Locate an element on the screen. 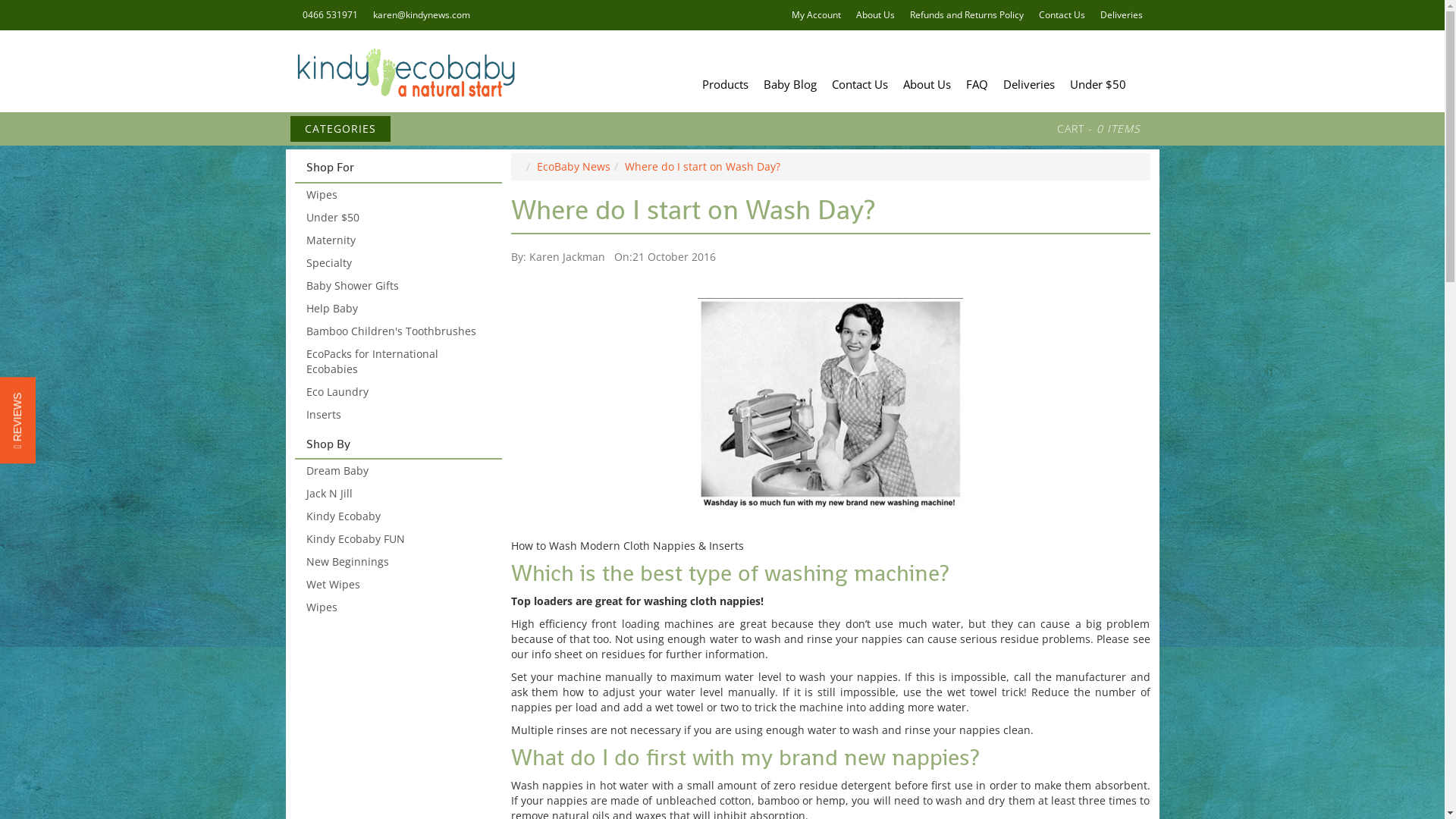  'Deliveries' is located at coordinates (1028, 84).